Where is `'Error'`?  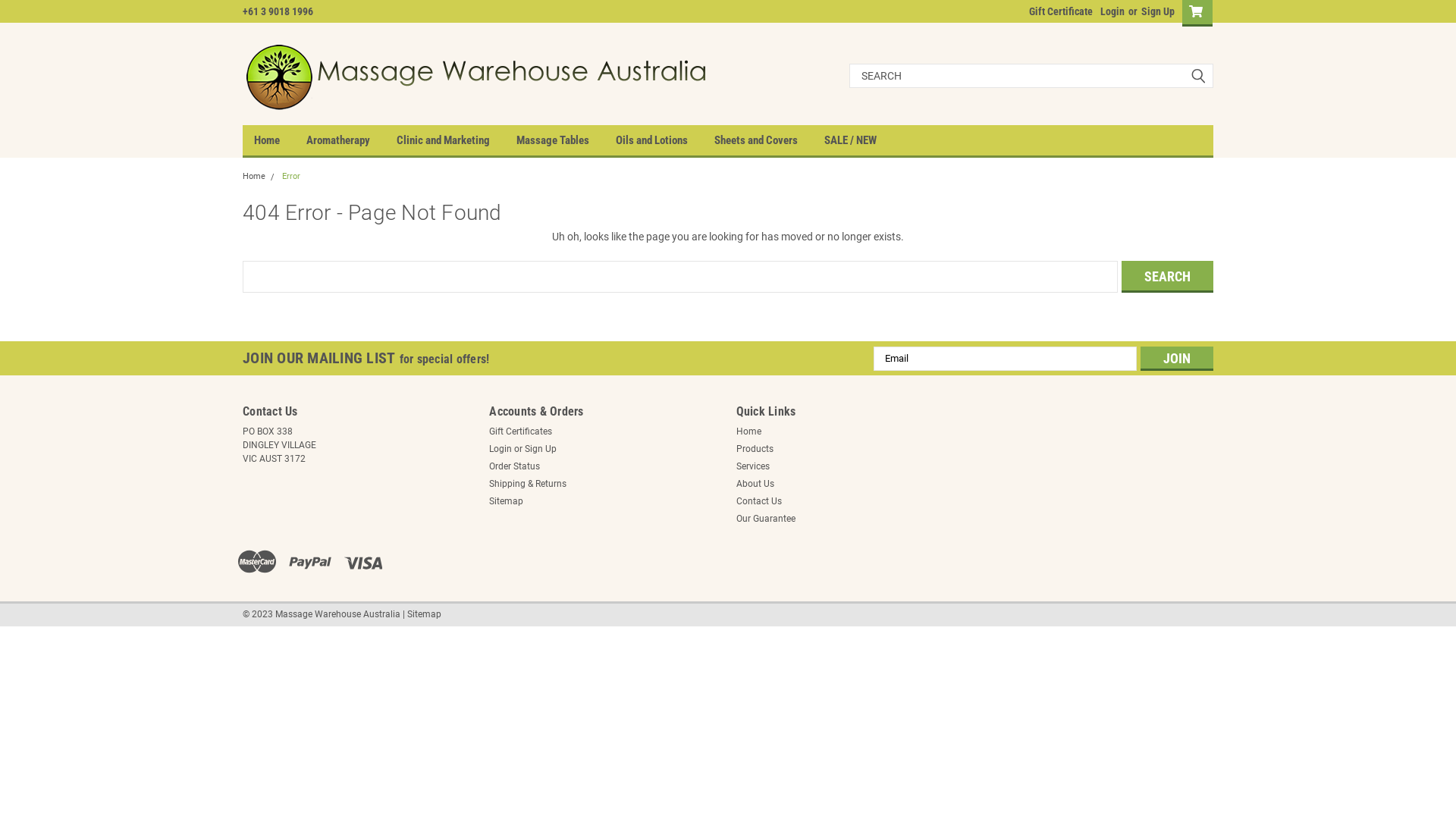 'Error' is located at coordinates (291, 175).